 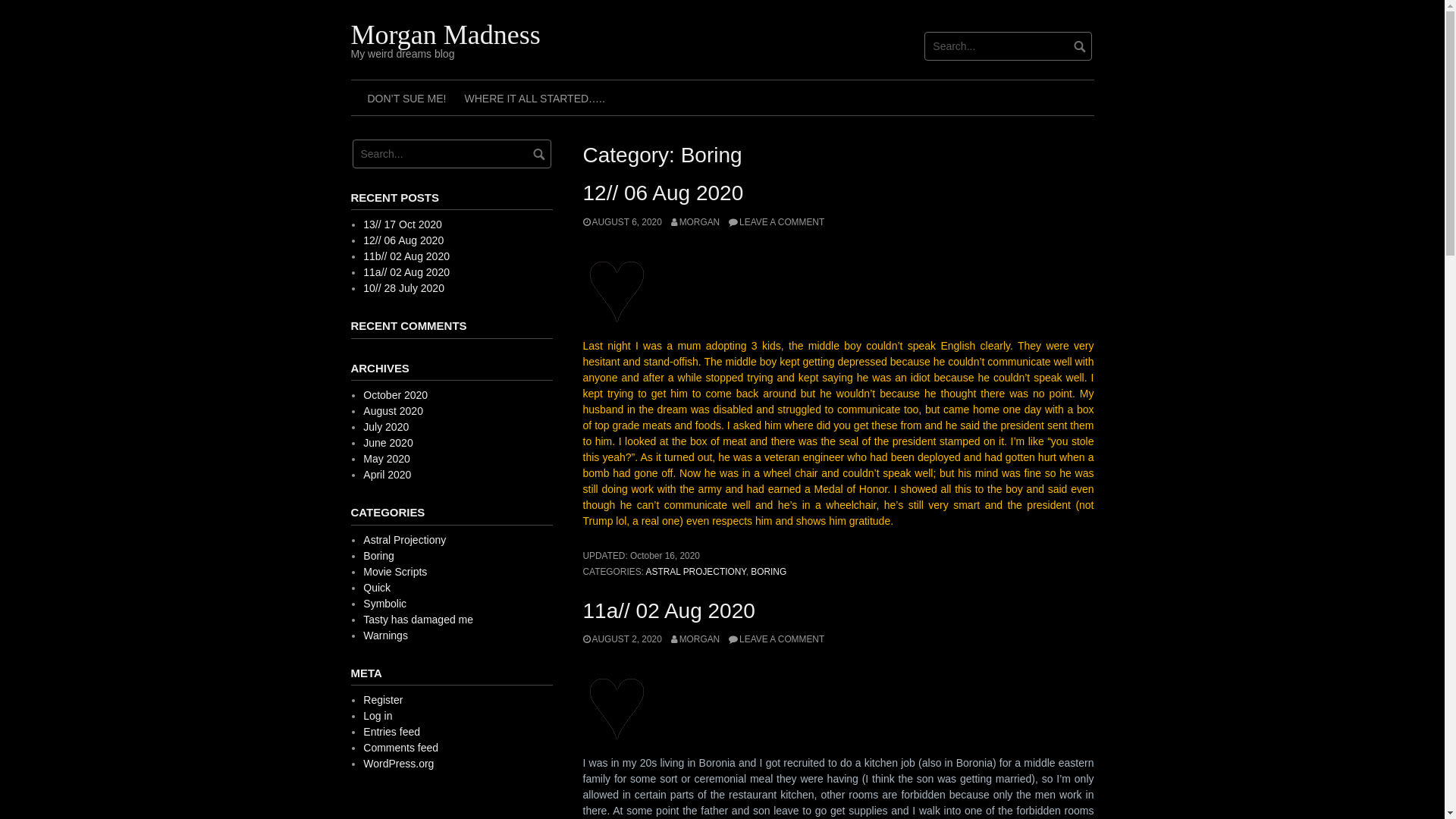 What do you see at coordinates (622, 222) in the screenshot?
I see `'AUGUST 6, 2020'` at bounding box center [622, 222].